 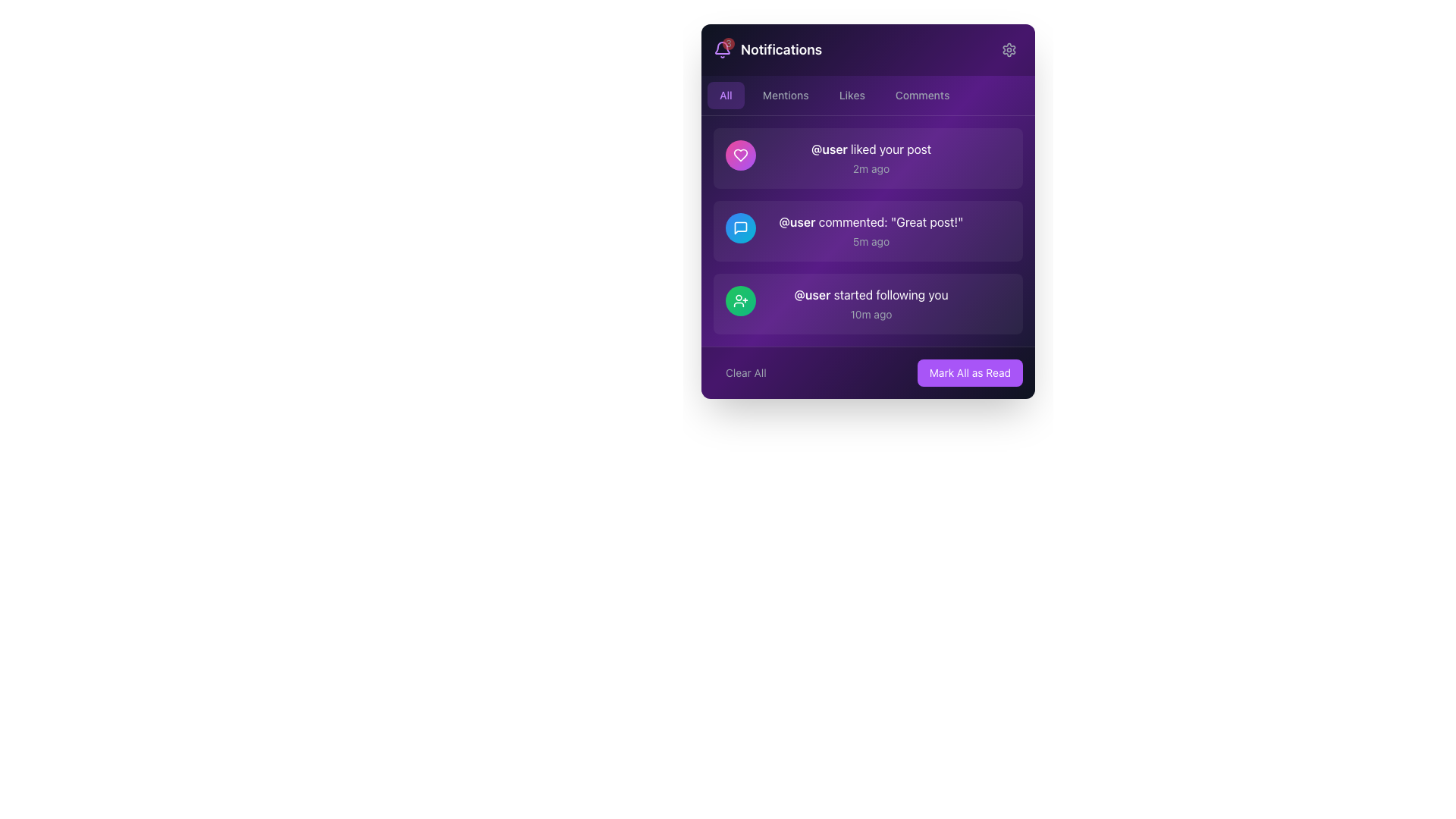 What do you see at coordinates (868, 304) in the screenshot?
I see `the '@user' text within the third Notification Card in the Notifications panel, which indicates that '@user' has started following the user` at bounding box center [868, 304].